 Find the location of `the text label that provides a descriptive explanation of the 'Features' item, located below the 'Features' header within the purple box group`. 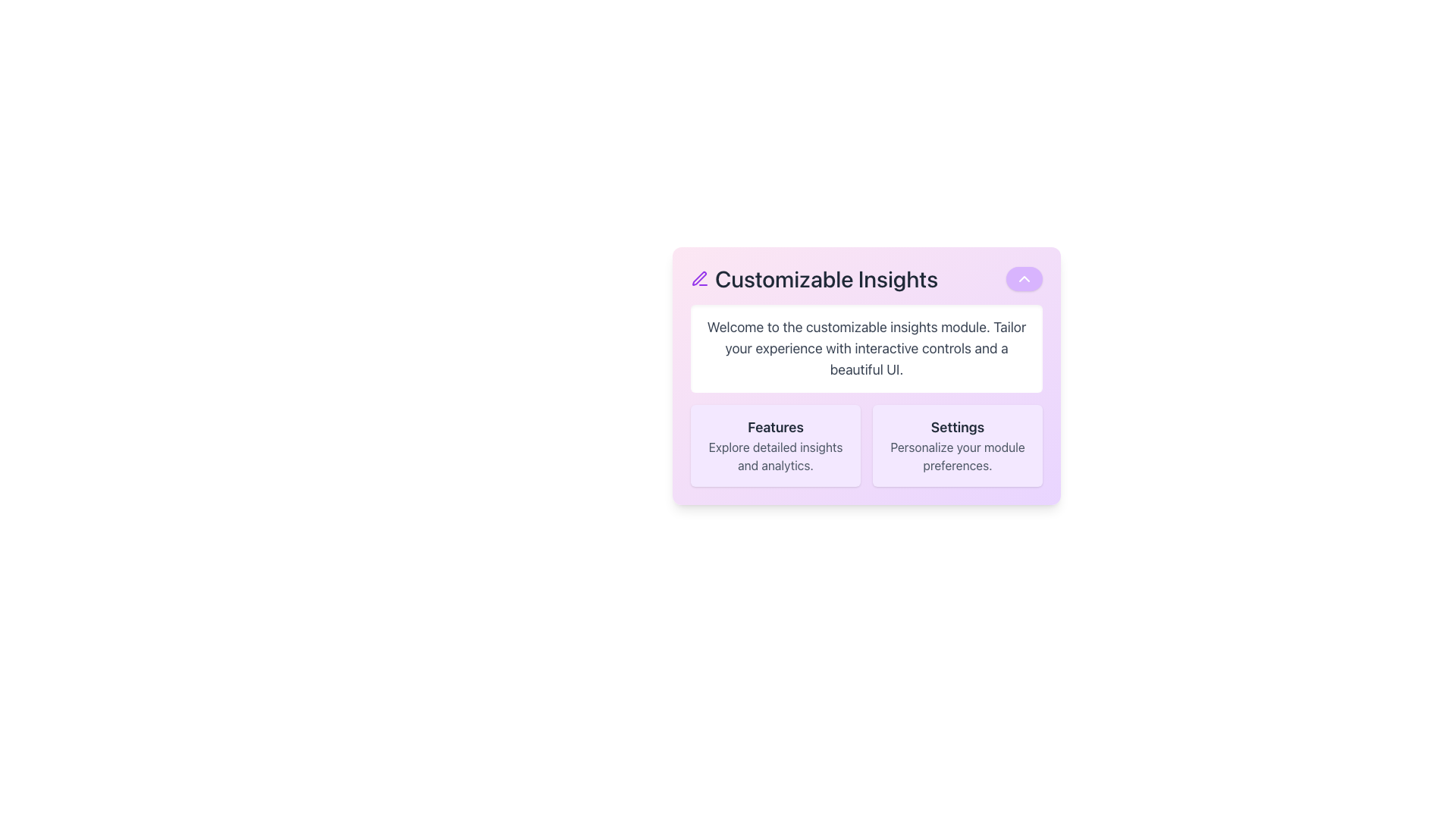

the text label that provides a descriptive explanation of the 'Features' item, located below the 'Features' header within the purple box group is located at coordinates (775, 455).